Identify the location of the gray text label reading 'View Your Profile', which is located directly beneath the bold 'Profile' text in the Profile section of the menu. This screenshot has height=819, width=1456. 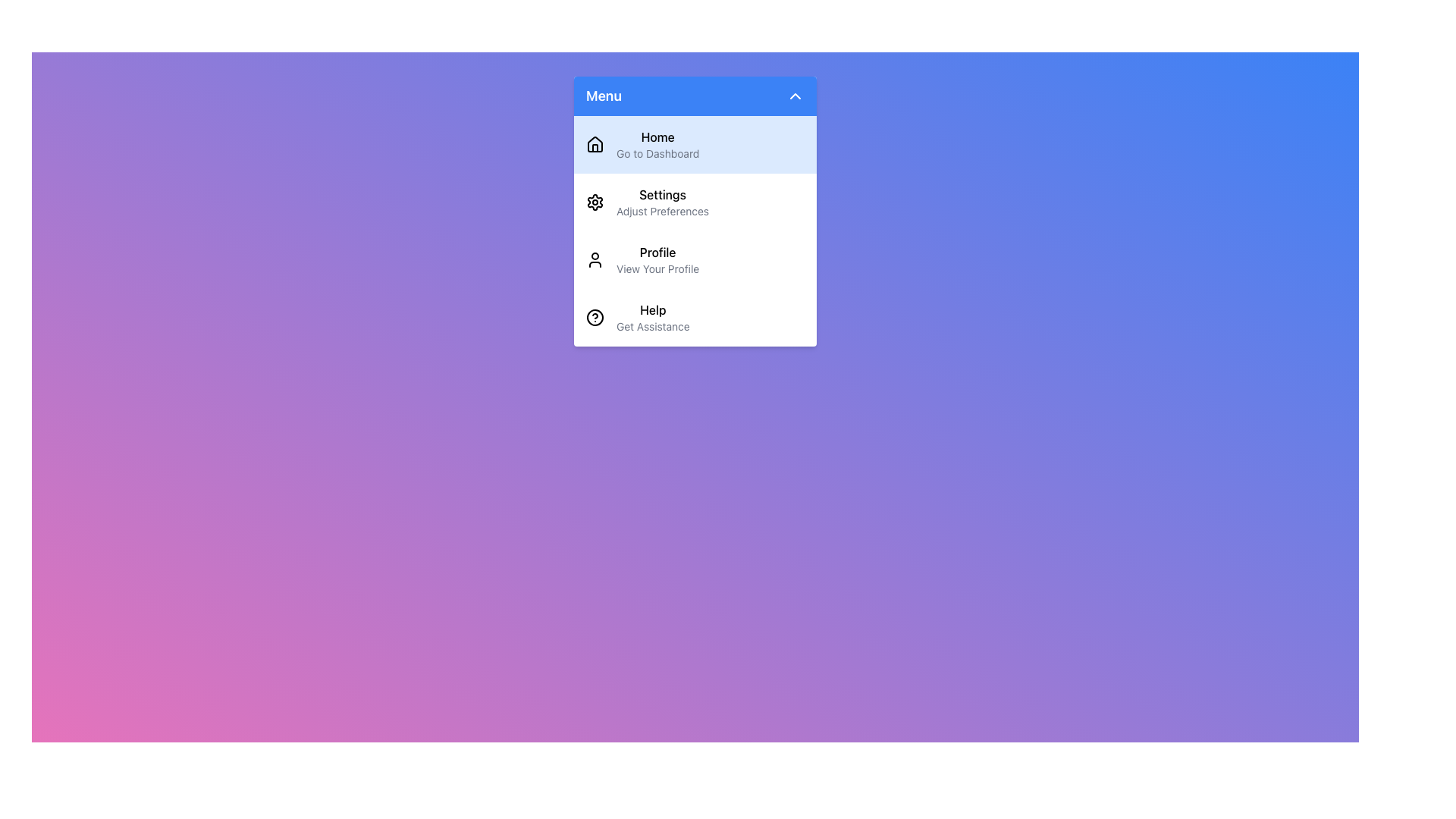
(657, 268).